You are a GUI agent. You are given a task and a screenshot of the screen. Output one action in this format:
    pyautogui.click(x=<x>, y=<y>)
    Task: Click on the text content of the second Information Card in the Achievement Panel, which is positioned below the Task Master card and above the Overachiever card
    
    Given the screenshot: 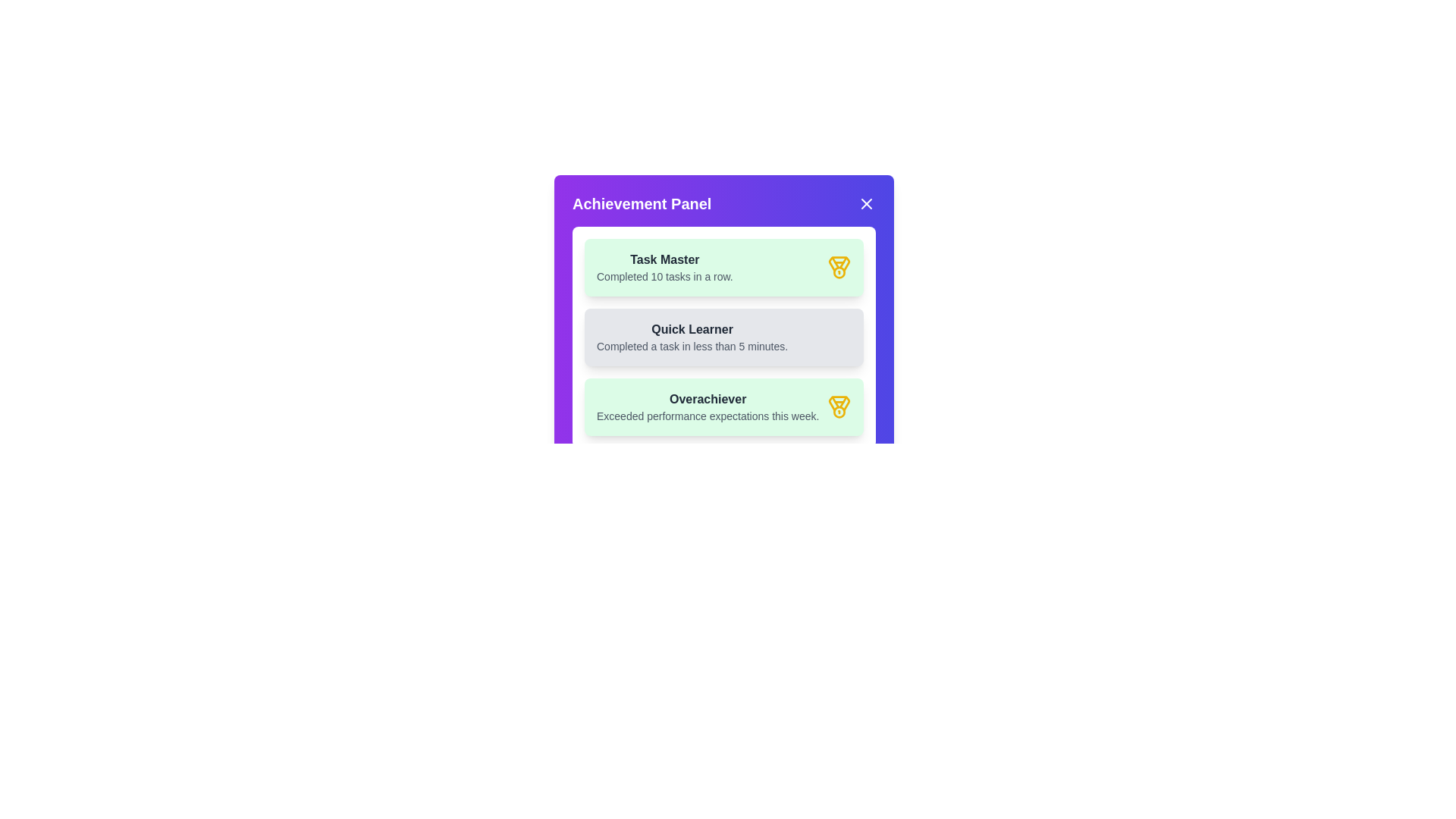 What is the action you would take?
    pyautogui.click(x=723, y=336)
    